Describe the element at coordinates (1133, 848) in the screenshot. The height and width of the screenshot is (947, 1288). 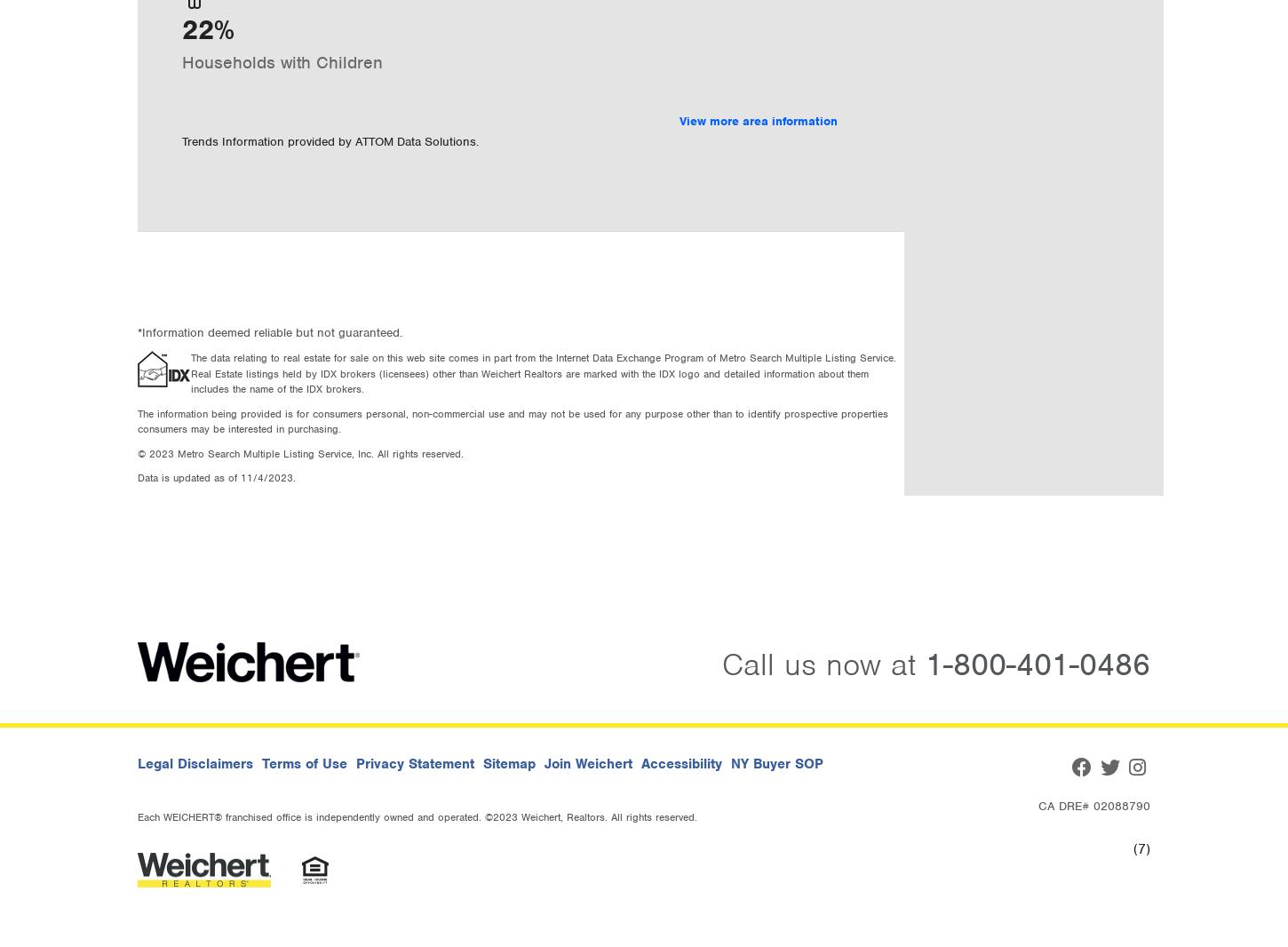
I see `'(7)'` at that location.